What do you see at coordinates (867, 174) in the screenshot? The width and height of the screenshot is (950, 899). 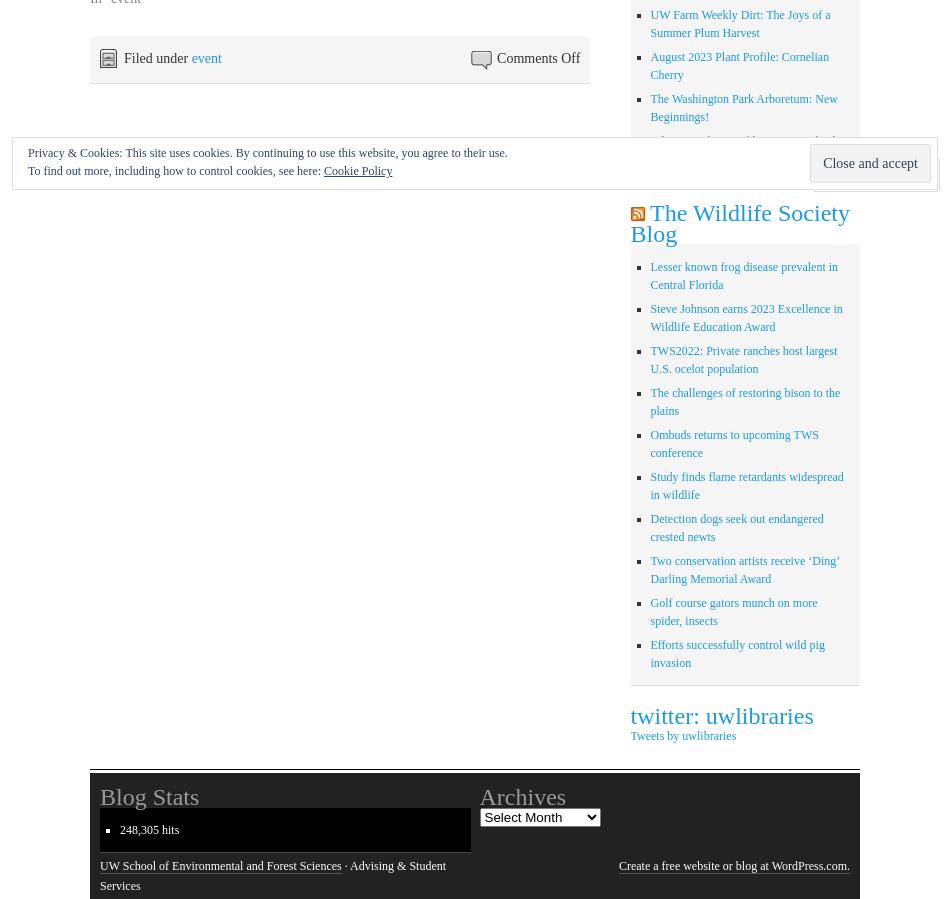 I see `'Follow'` at bounding box center [867, 174].